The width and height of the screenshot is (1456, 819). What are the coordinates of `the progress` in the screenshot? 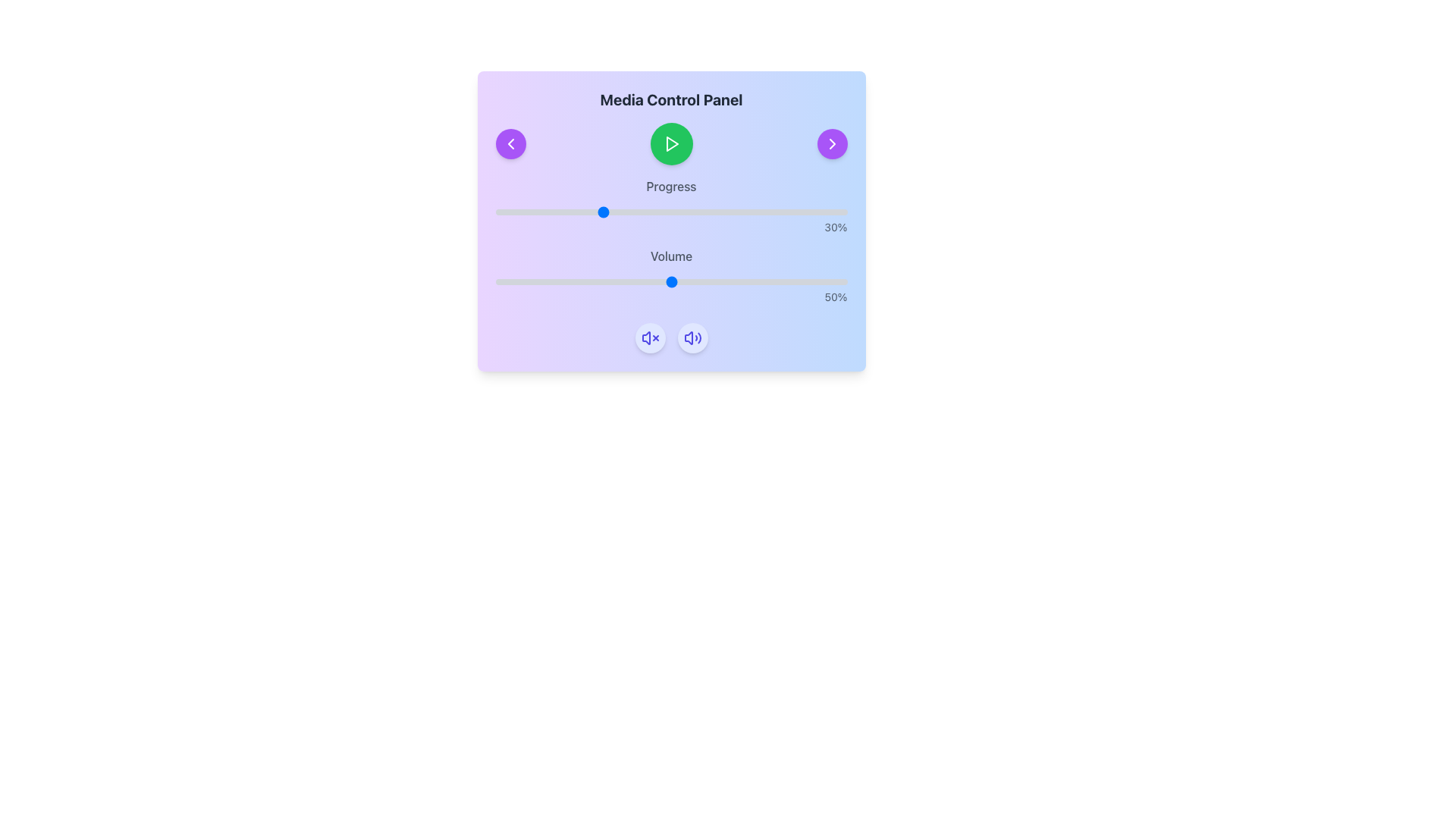 It's located at (735, 212).